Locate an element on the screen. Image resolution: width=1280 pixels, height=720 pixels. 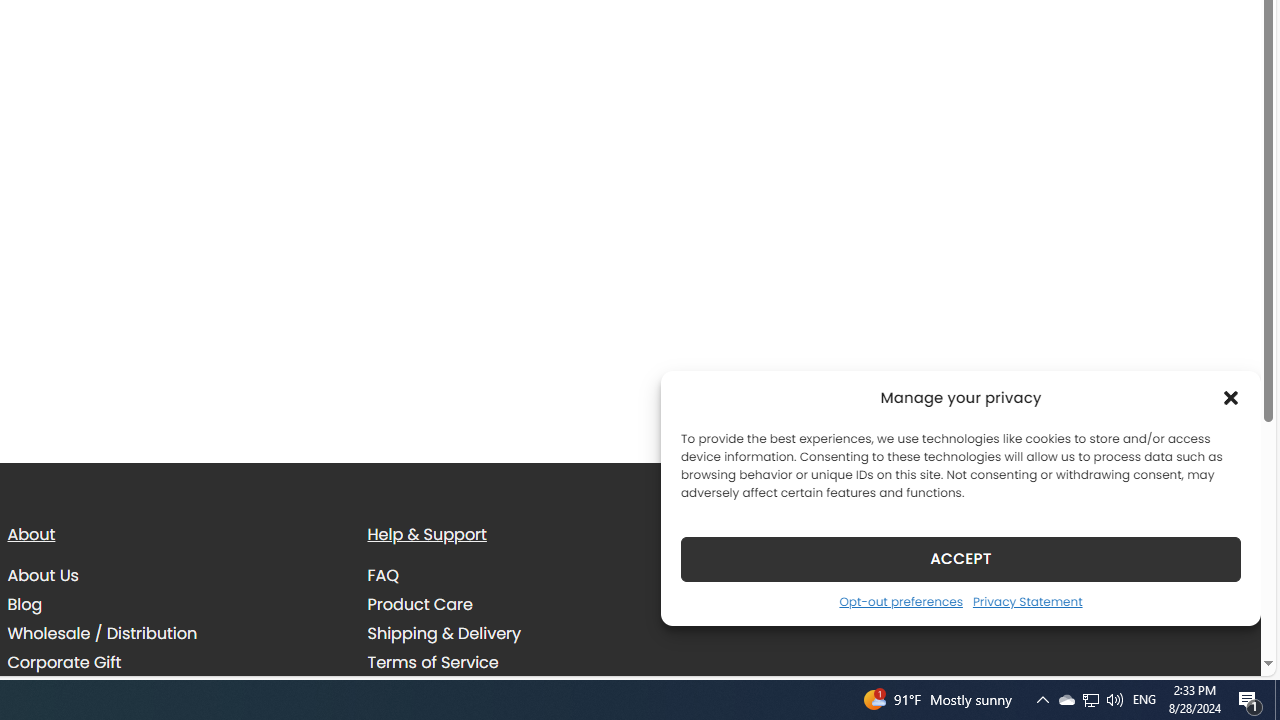
'Blog' is located at coordinates (24, 604).